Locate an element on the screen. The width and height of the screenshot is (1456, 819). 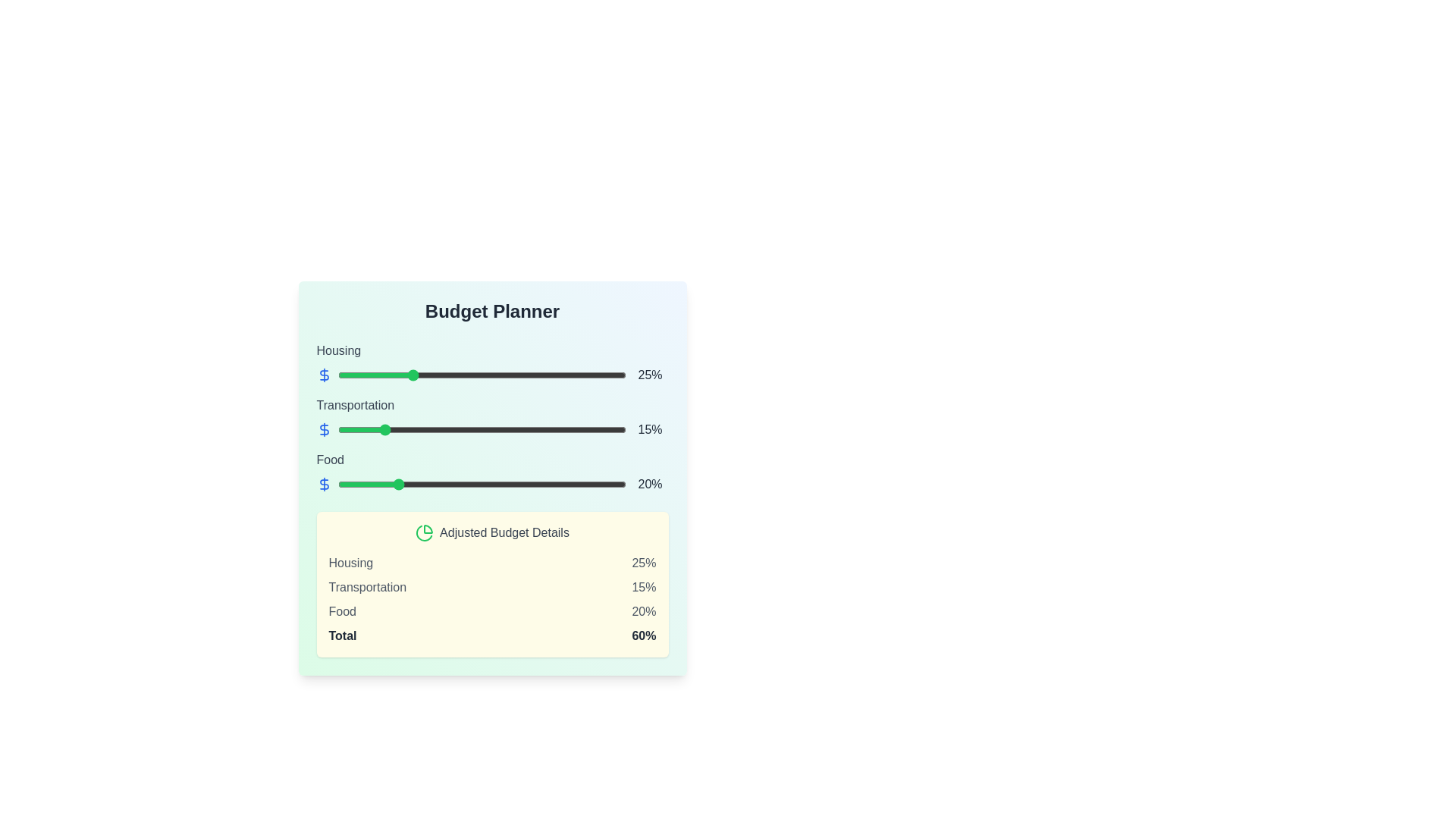
the food budget slider is located at coordinates (519, 485).